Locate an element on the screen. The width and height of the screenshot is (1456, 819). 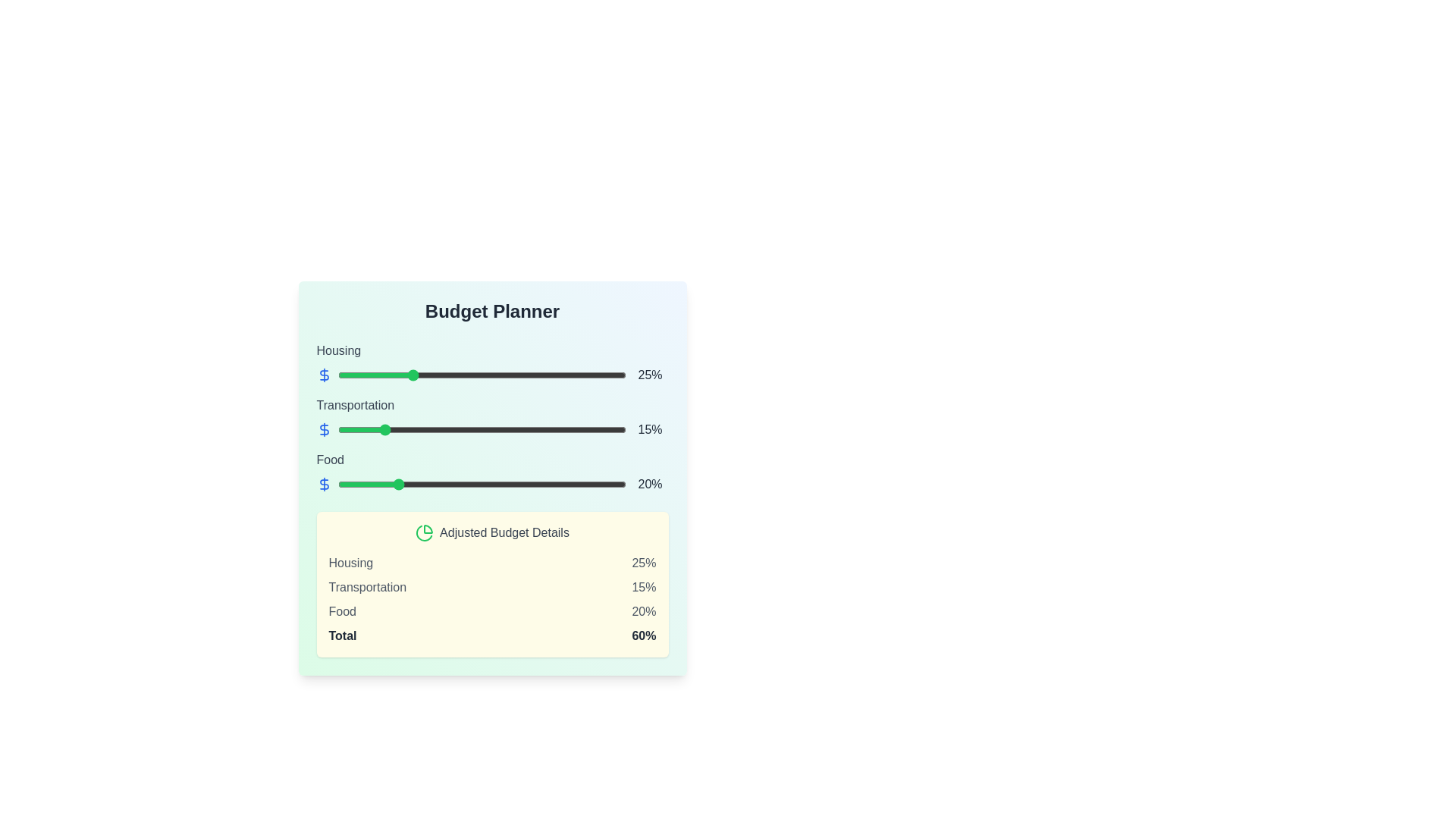
the food budget slider is located at coordinates (519, 485).